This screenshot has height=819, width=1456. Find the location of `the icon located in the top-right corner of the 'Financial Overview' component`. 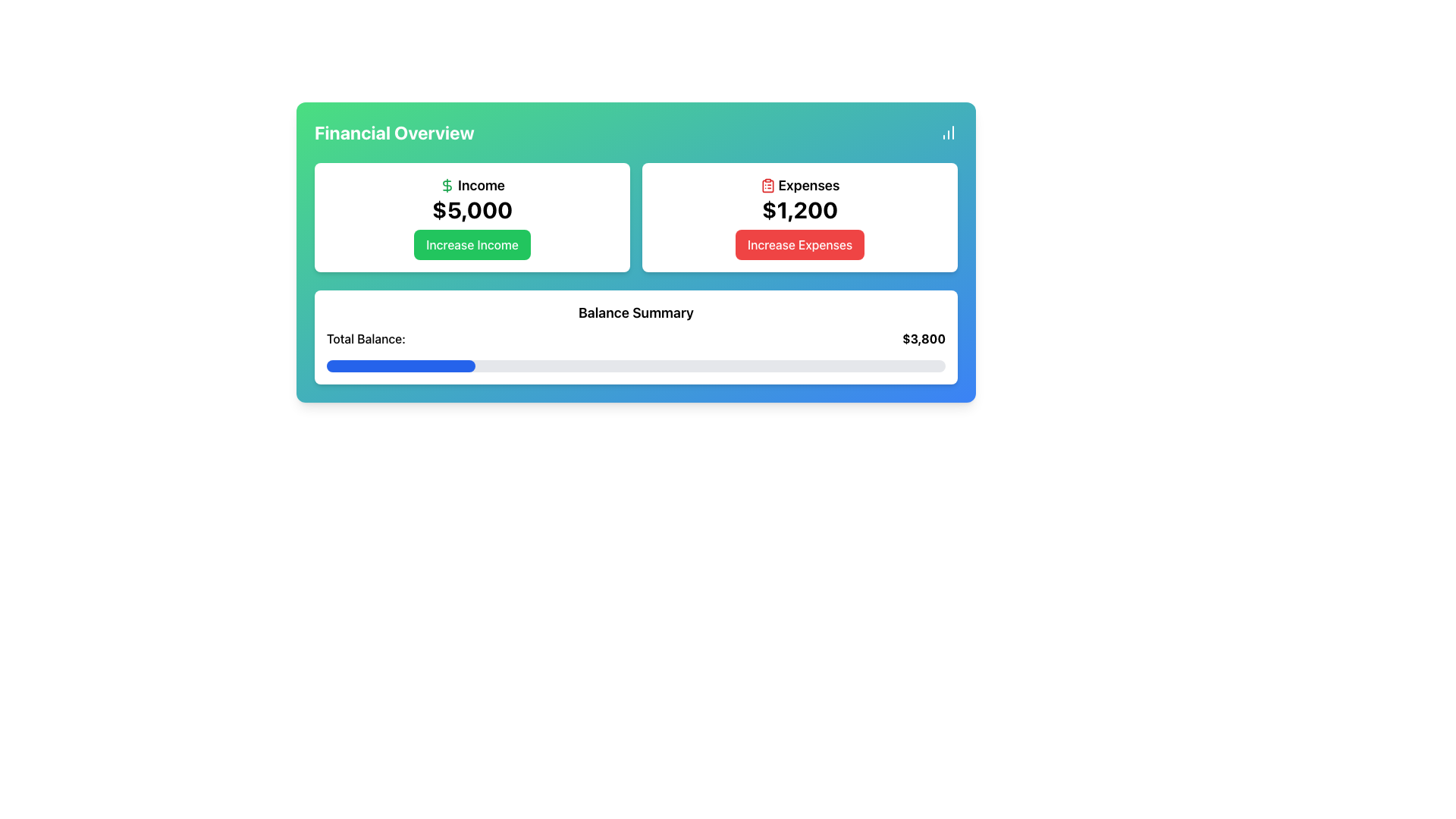

the icon located in the top-right corner of the 'Financial Overview' component is located at coordinates (948, 131).